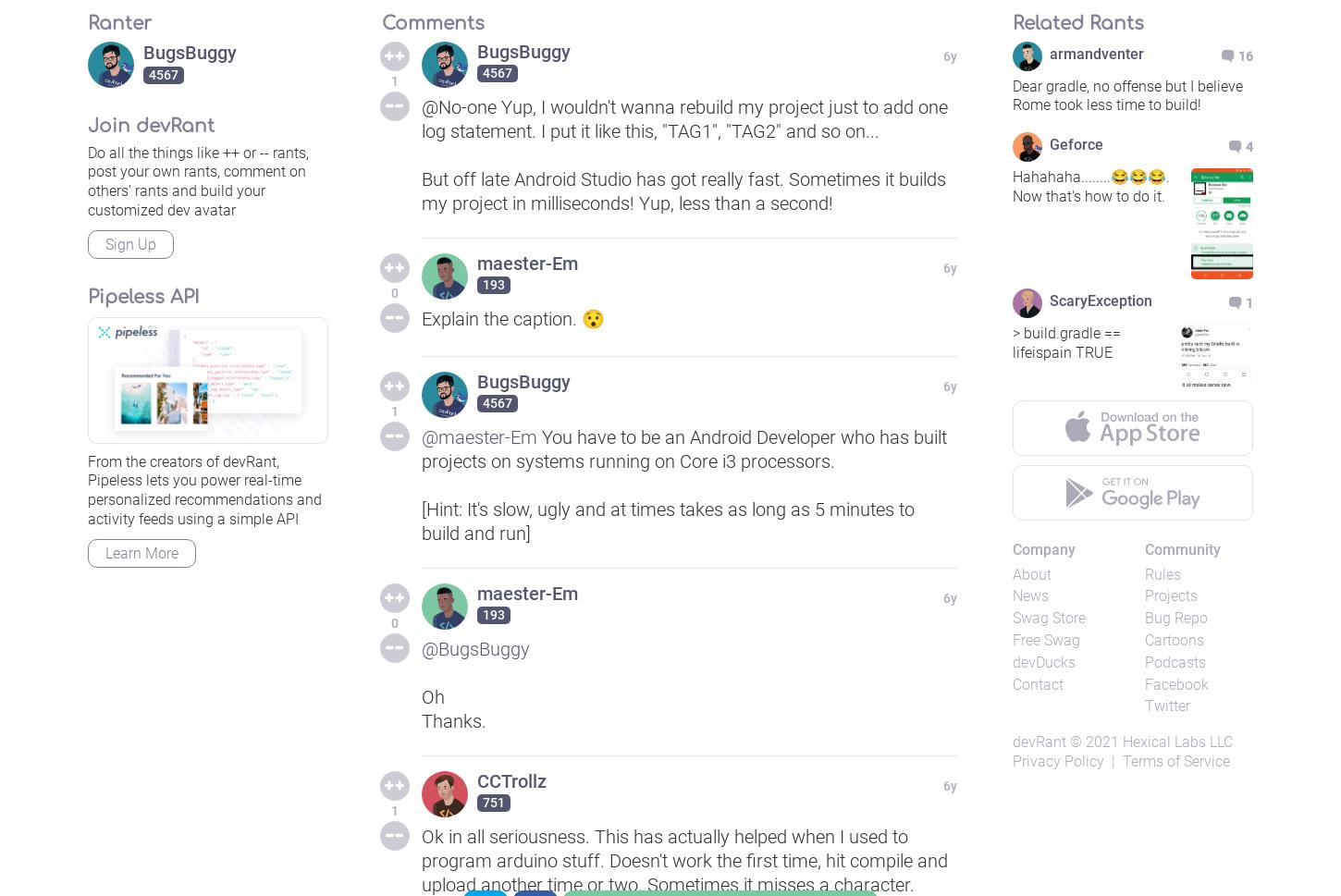  What do you see at coordinates (1093, 742) in the screenshot?
I see `'© 2021'` at bounding box center [1093, 742].